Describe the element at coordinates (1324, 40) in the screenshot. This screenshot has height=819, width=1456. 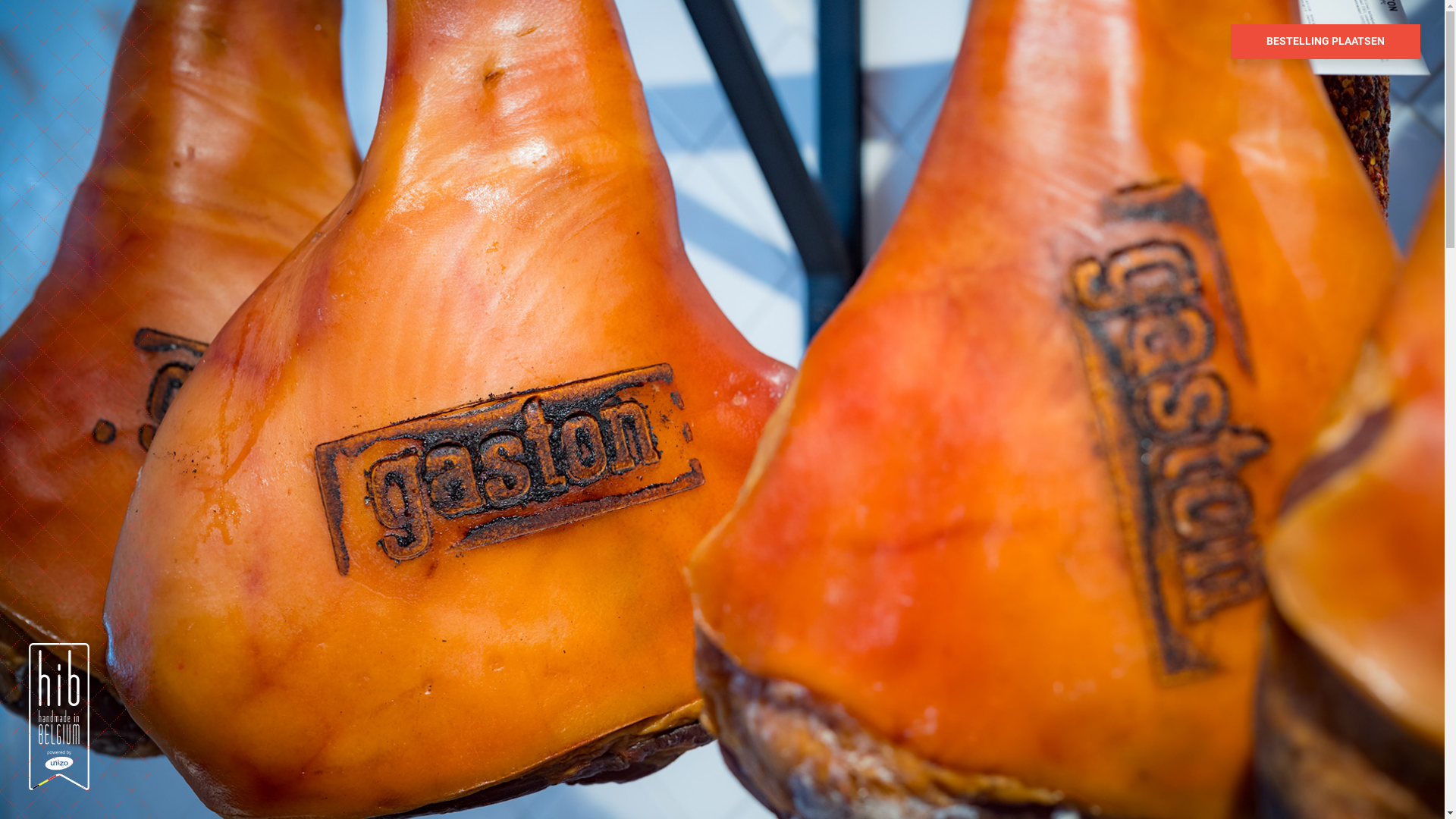
I see `'BESTELLING PLAATSEN'` at that location.